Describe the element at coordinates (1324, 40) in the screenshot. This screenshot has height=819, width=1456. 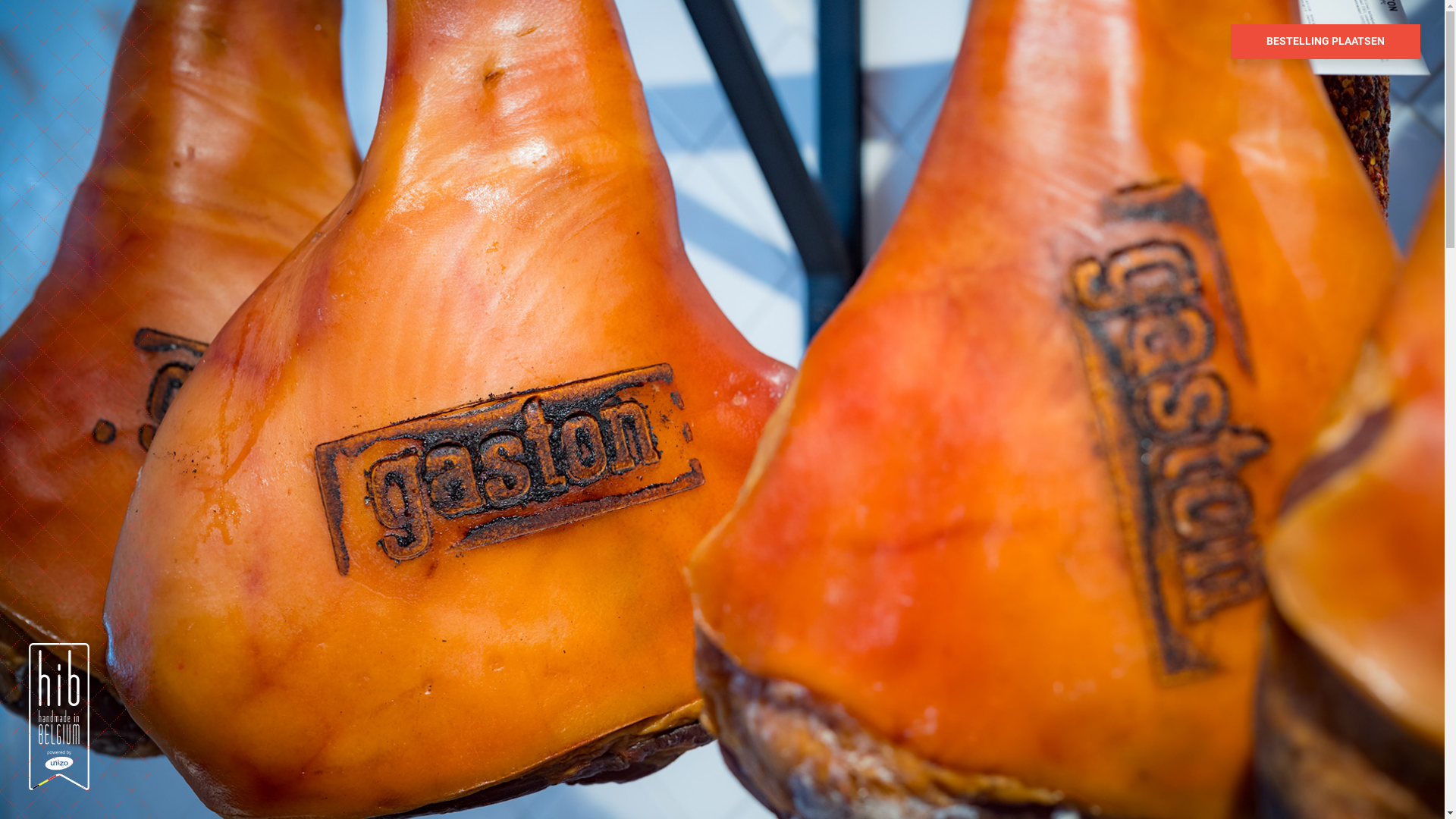
I see `'BESTELLING PLAATSEN'` at that location.